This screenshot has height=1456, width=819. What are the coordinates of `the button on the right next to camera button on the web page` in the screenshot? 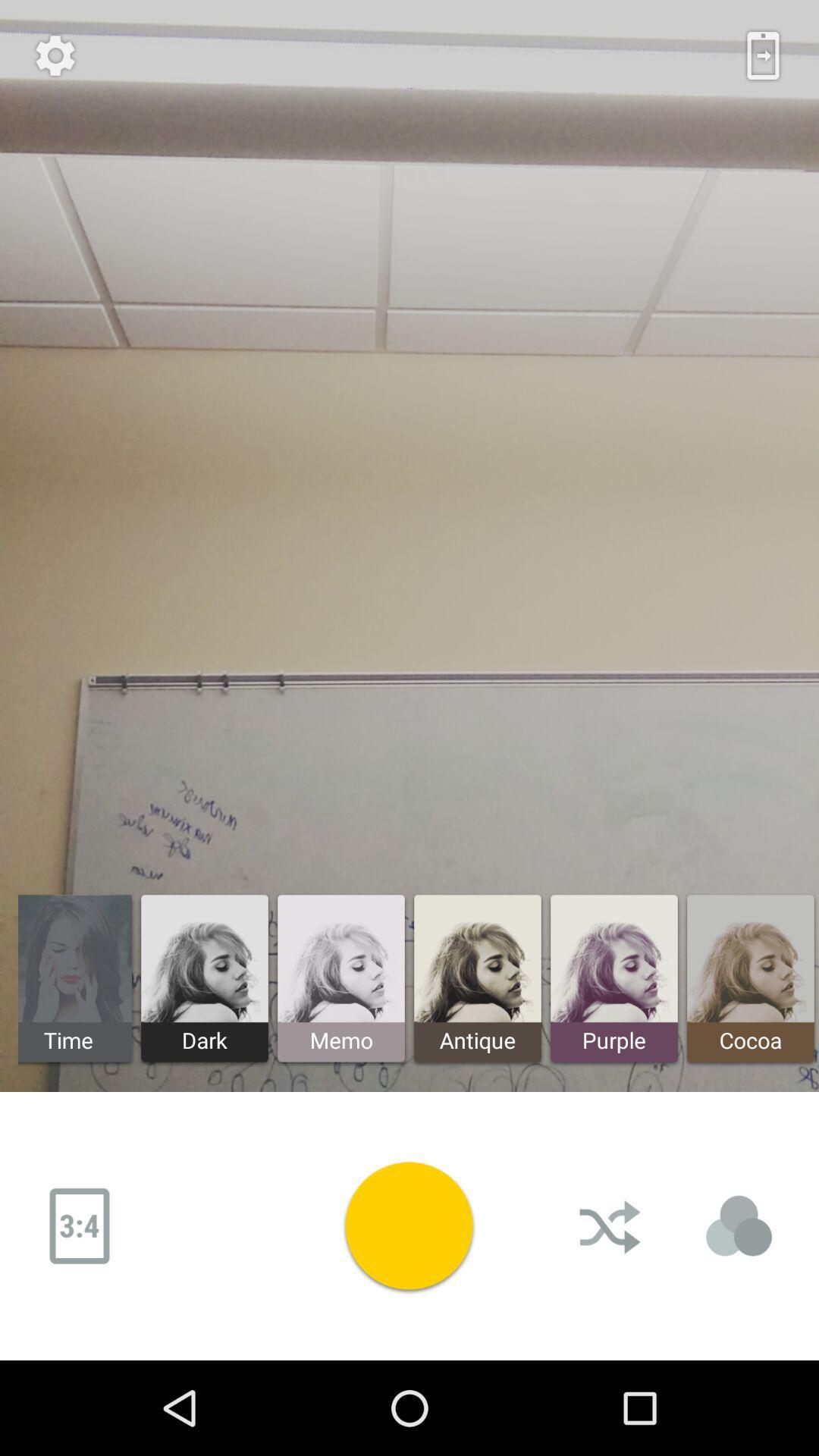 It's located at (610, 1226).